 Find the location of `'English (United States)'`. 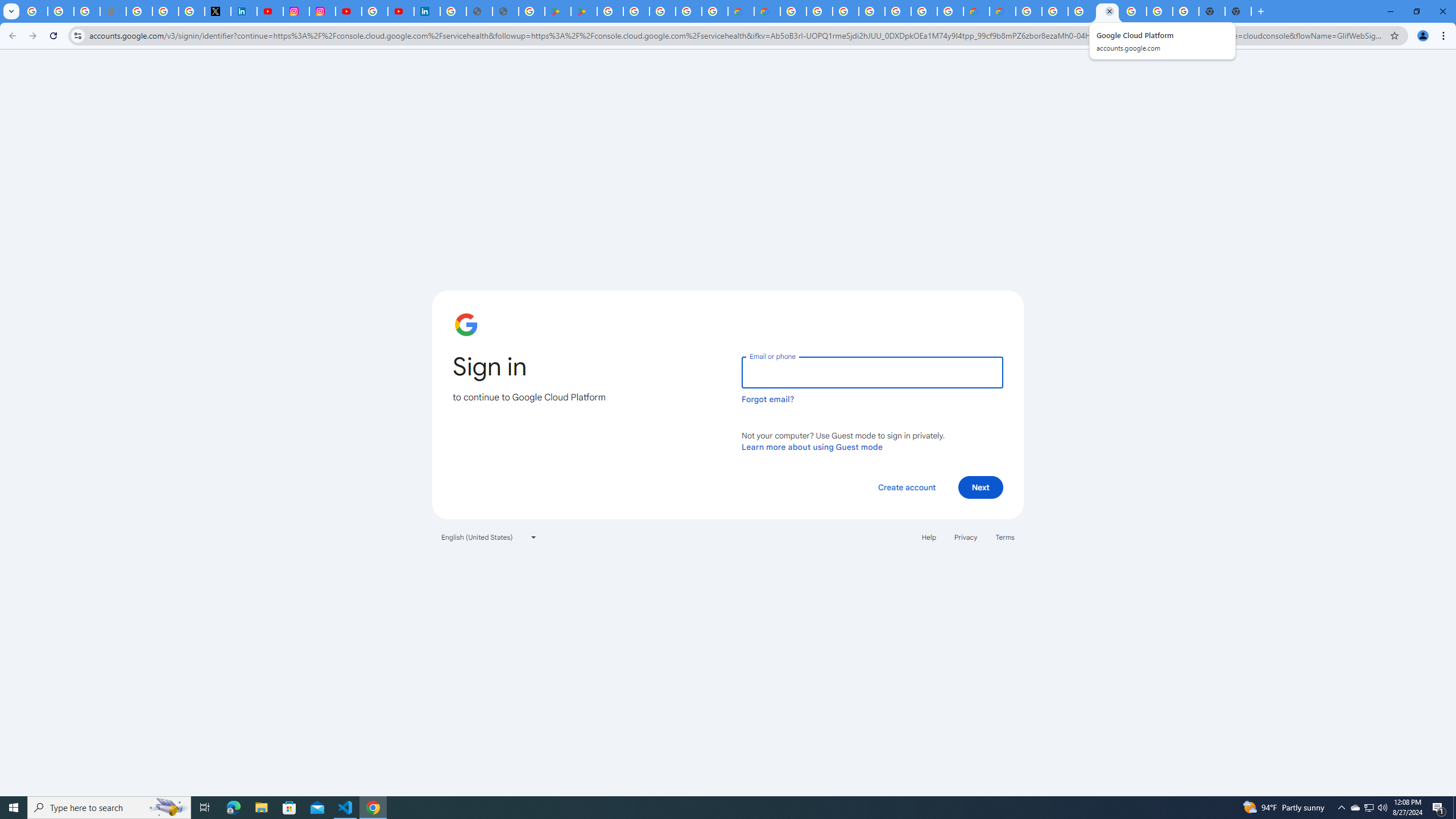

'English (United States)' is located at coordinates (489, 536).